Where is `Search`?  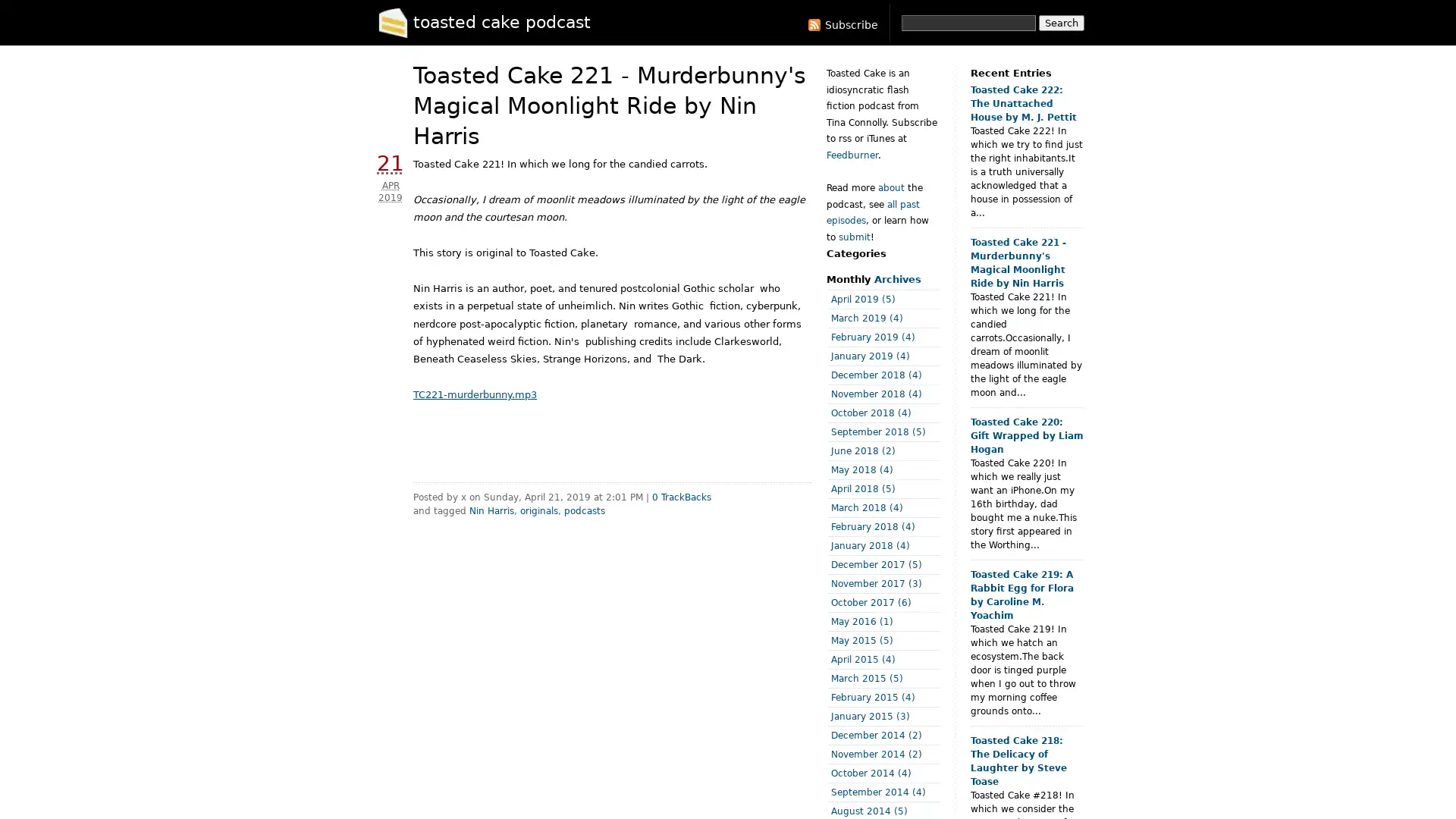 Search is located at coordinates (1061, 23).